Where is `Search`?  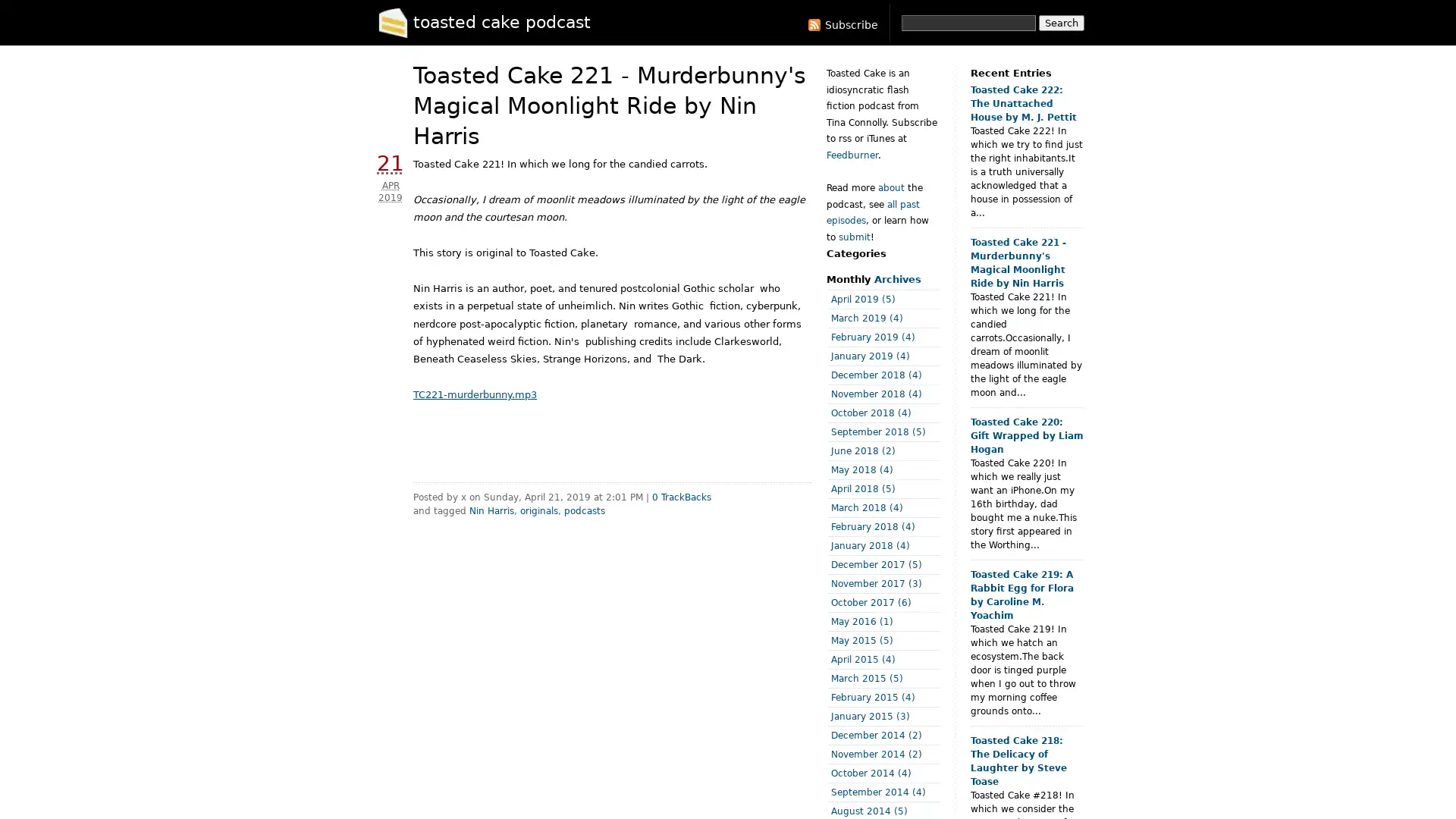 Search is located at coordinates (1061, 23).